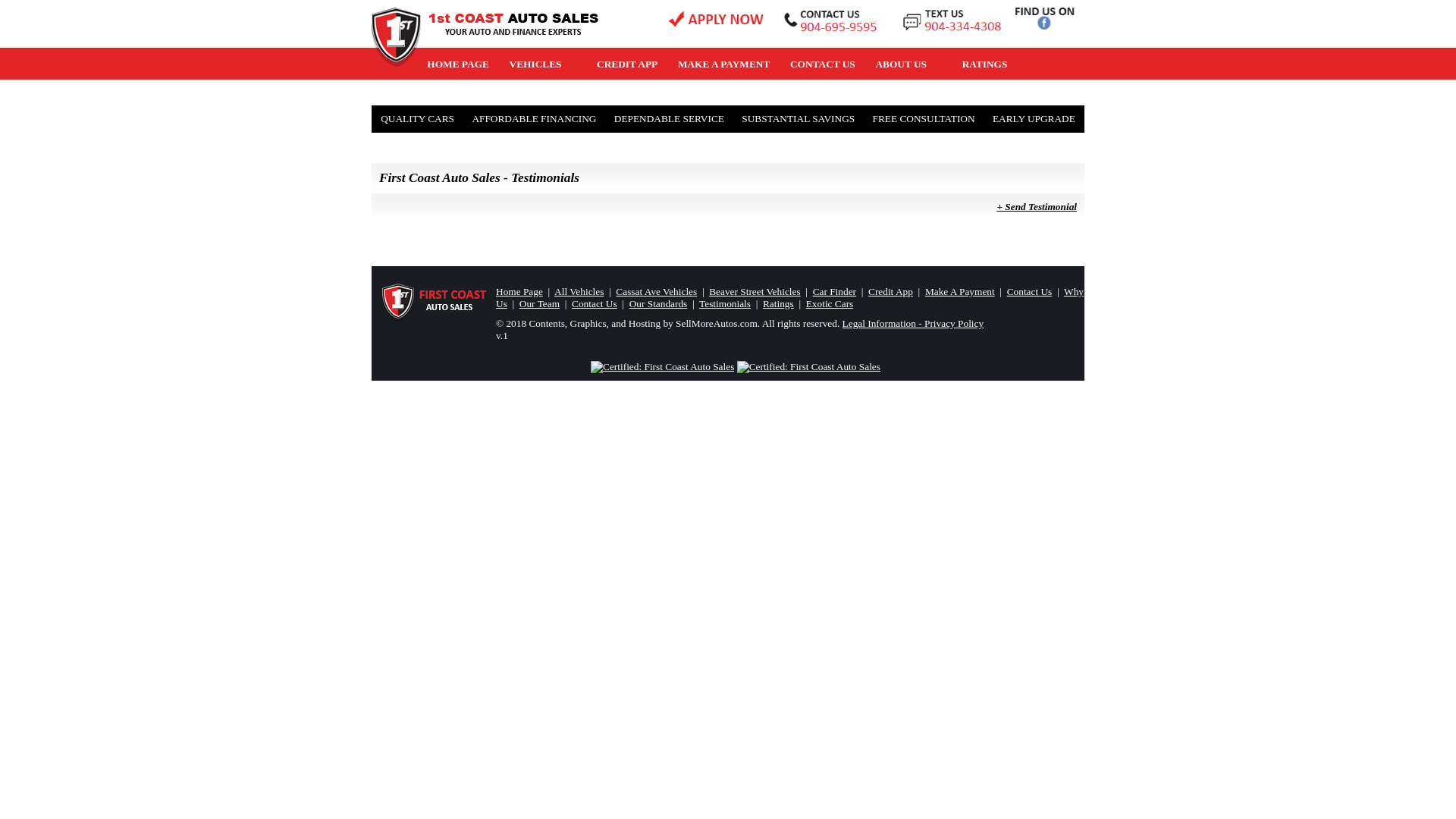  Describe the element at coordinates (923, 118) in the screenshot. I see `'FREE CONSULTATION'` at that location.